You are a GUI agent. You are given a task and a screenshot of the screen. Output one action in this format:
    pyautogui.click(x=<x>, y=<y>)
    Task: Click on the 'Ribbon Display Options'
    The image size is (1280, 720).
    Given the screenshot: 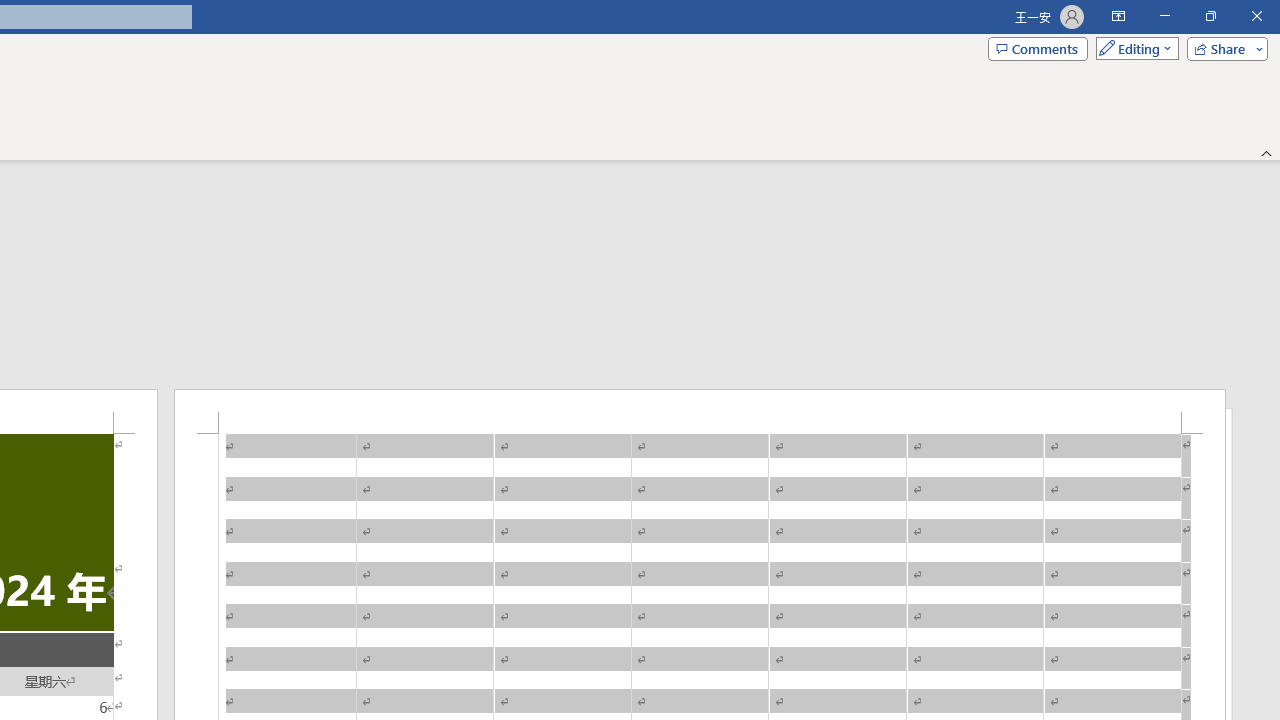 What is the action you would take?
    pyautogui.click(x=1117, y=16)
    